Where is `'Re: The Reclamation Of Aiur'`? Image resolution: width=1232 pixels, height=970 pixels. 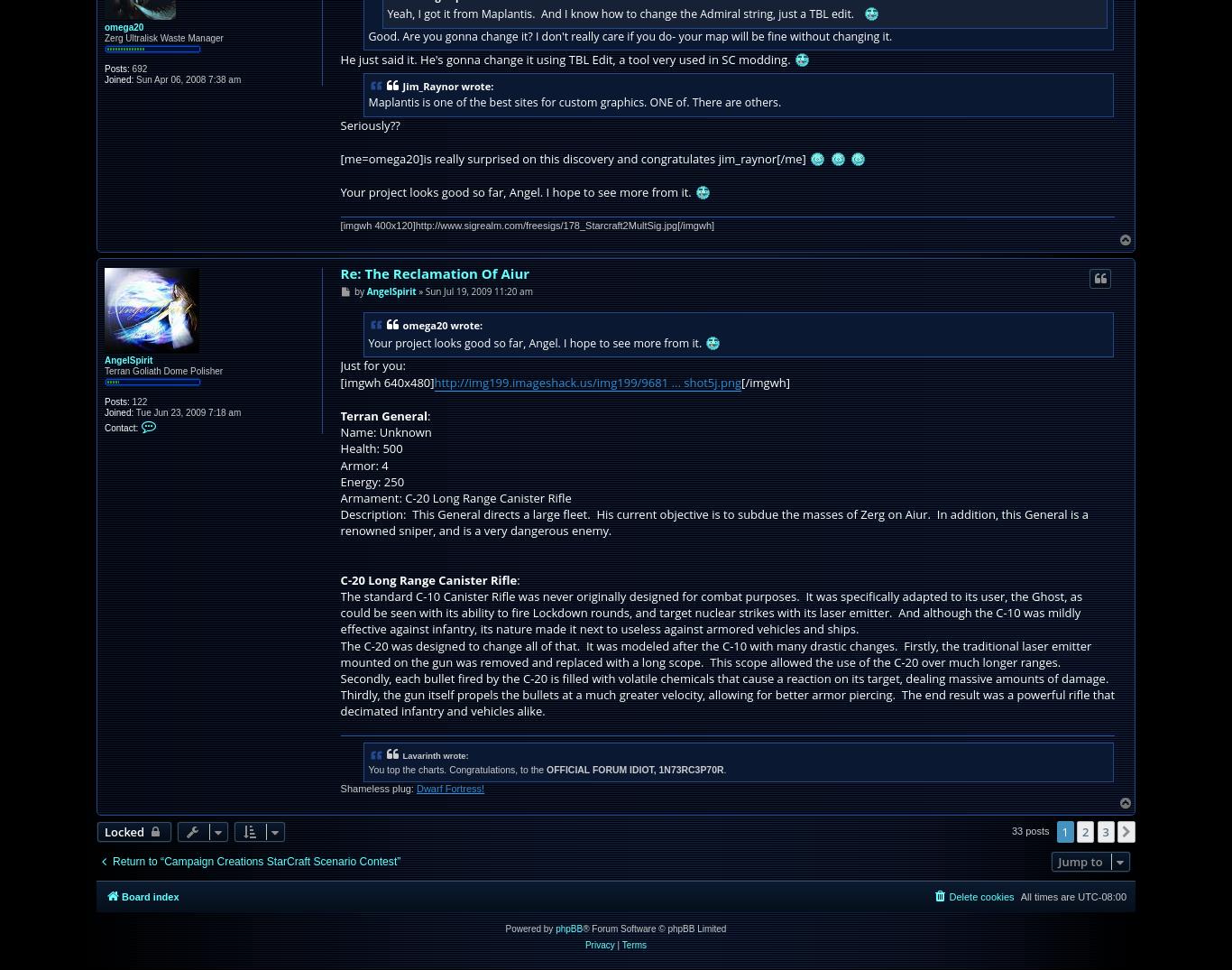 'Re: The Reclamation Of Aiur' is located at coordinates (435, 271).